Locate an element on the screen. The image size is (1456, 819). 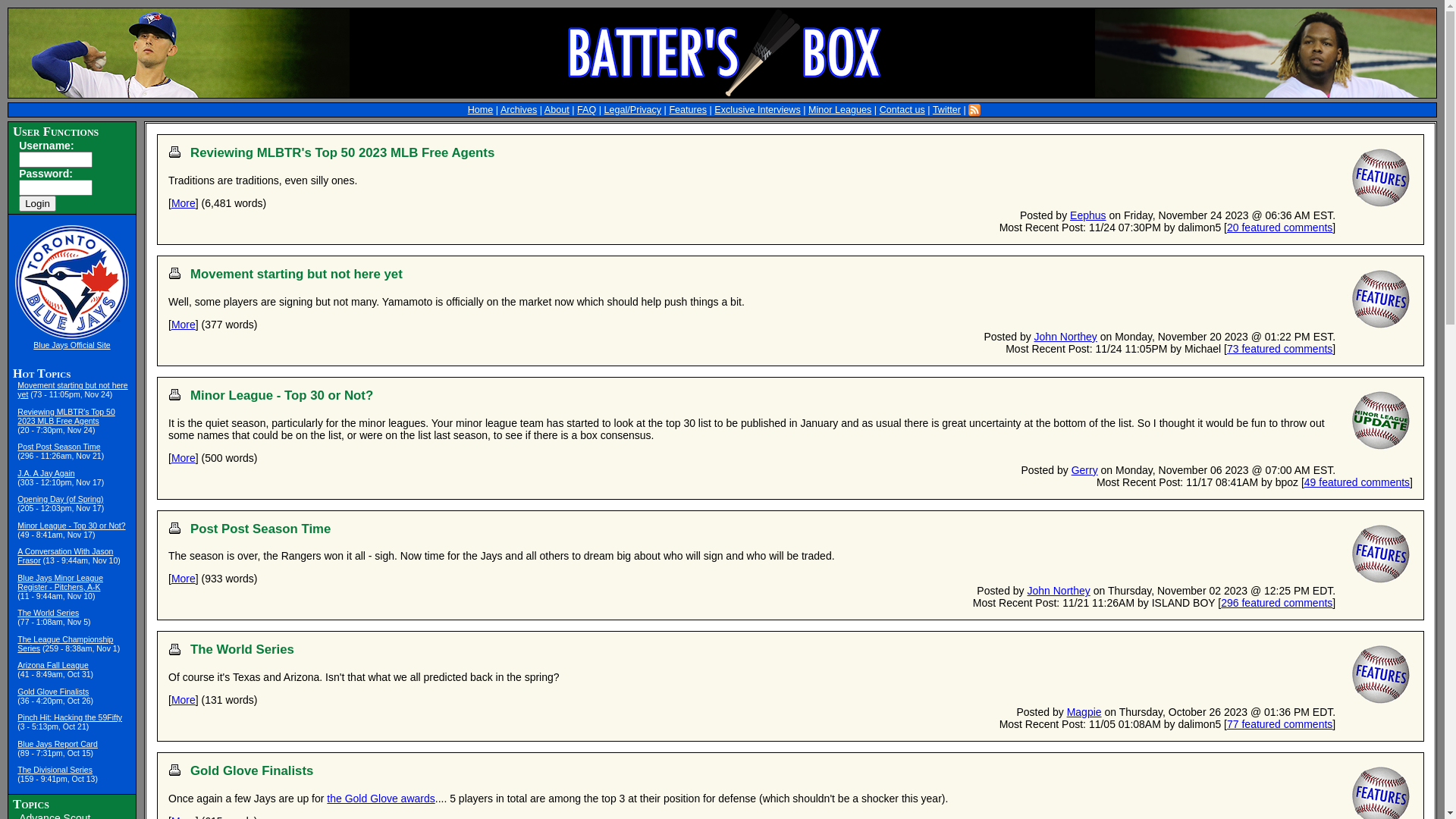
'Gerry' is located at coordinates (1084, 469).